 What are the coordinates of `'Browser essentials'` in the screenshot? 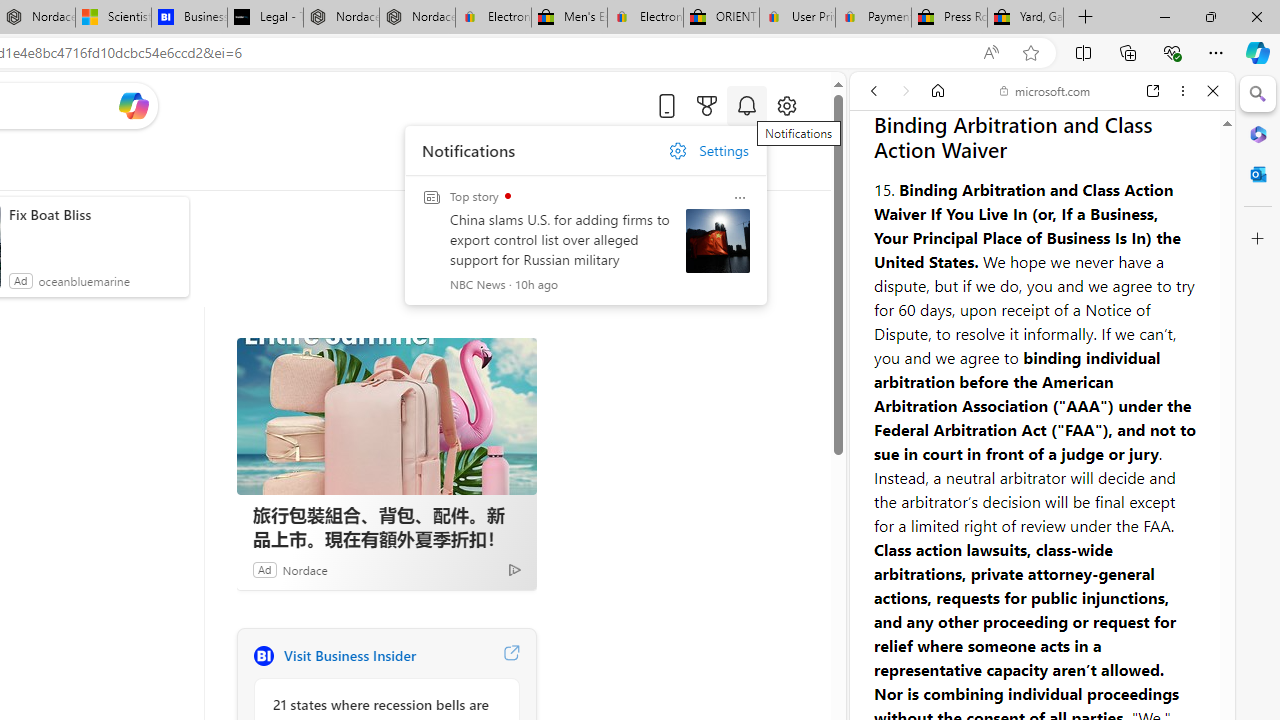 It's located at (1171, 51).